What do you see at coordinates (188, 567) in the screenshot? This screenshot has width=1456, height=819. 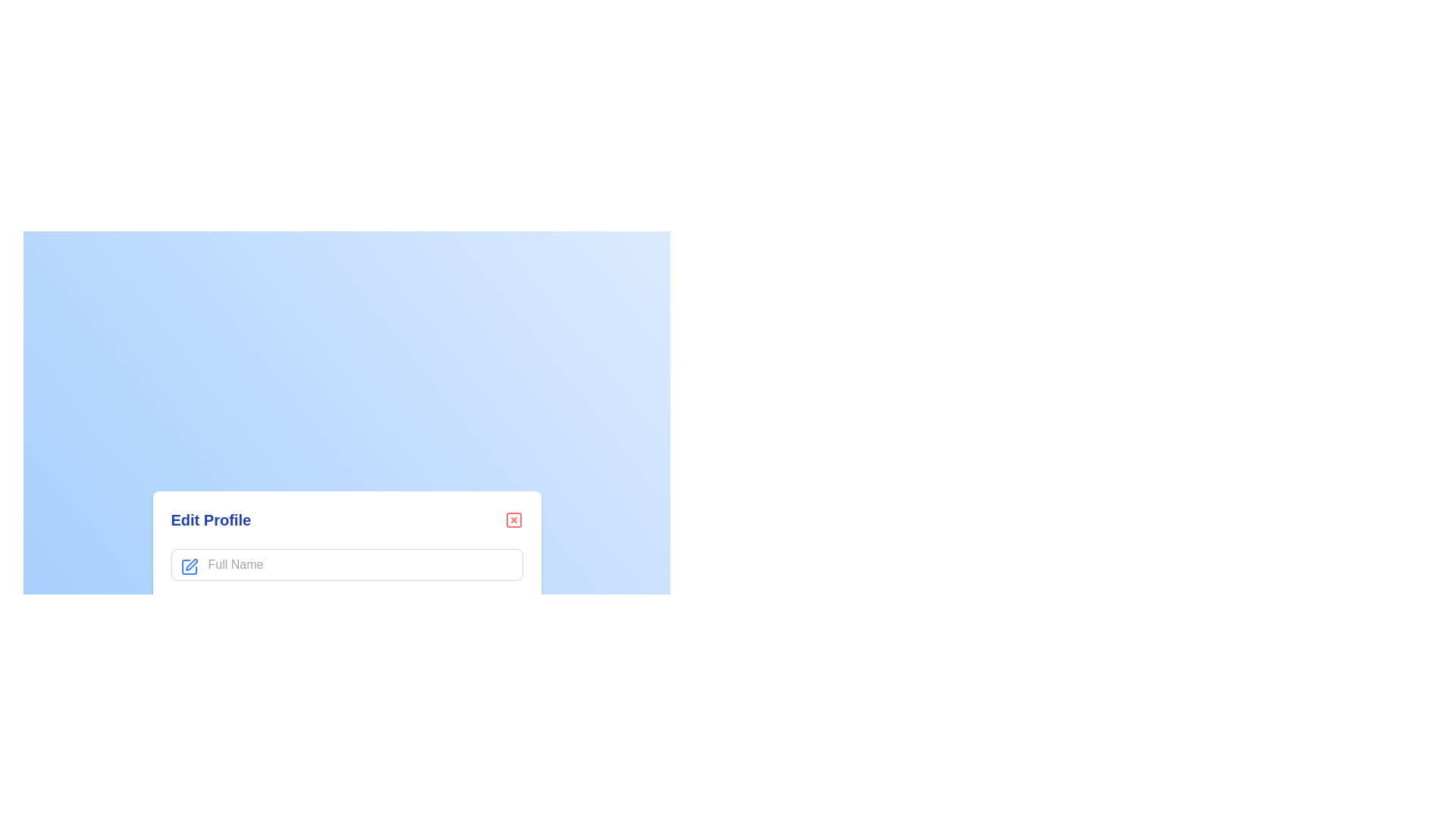 I see `the edit icon located to the left of the 'Full Name' input field` at bounding box center [188, 567].